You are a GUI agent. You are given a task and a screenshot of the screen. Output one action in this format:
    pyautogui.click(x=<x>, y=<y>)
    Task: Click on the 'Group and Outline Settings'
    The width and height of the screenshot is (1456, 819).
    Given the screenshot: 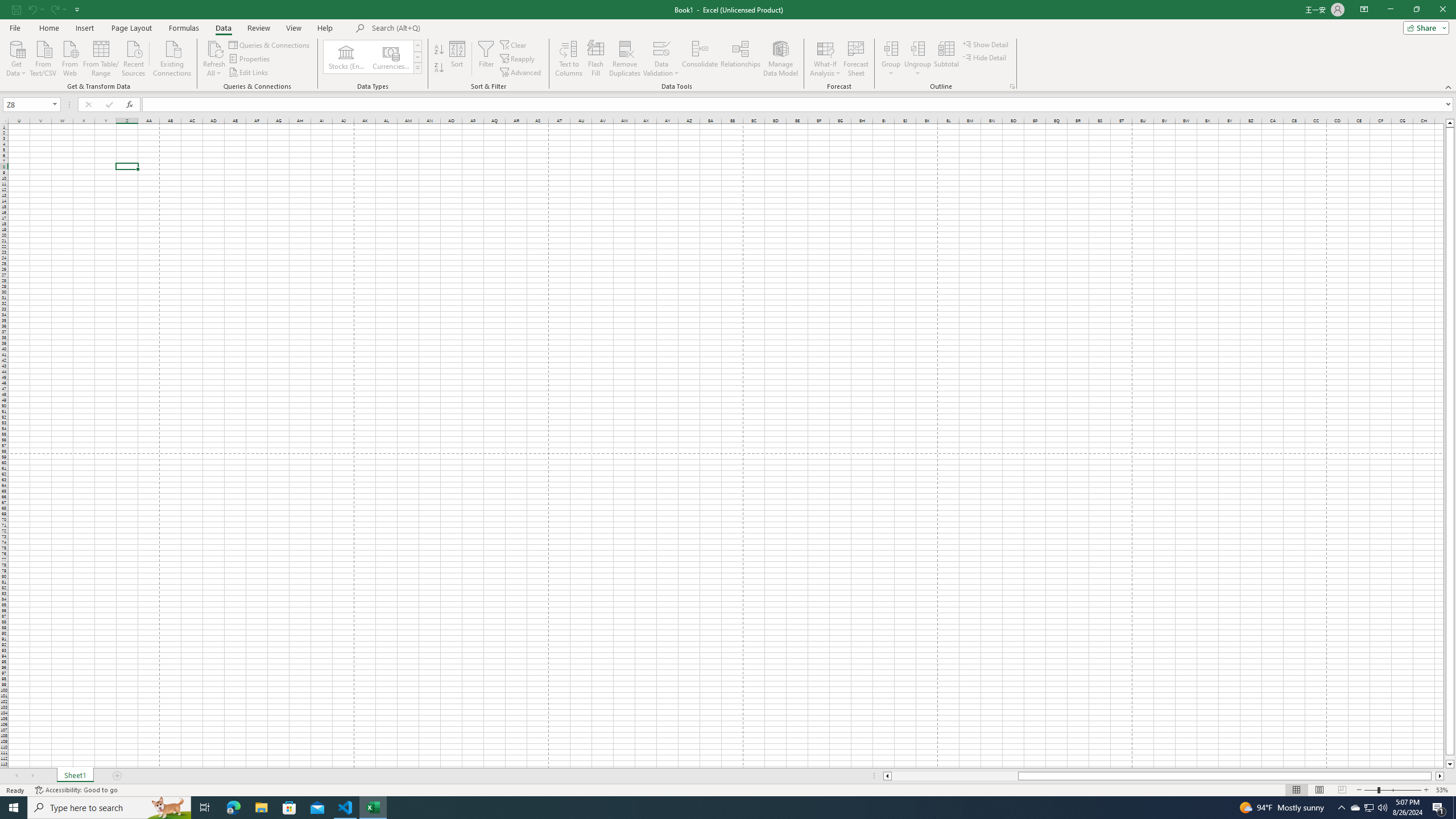 What is the action you would take?
    pyautogui.click(x=1011, y=85)
    